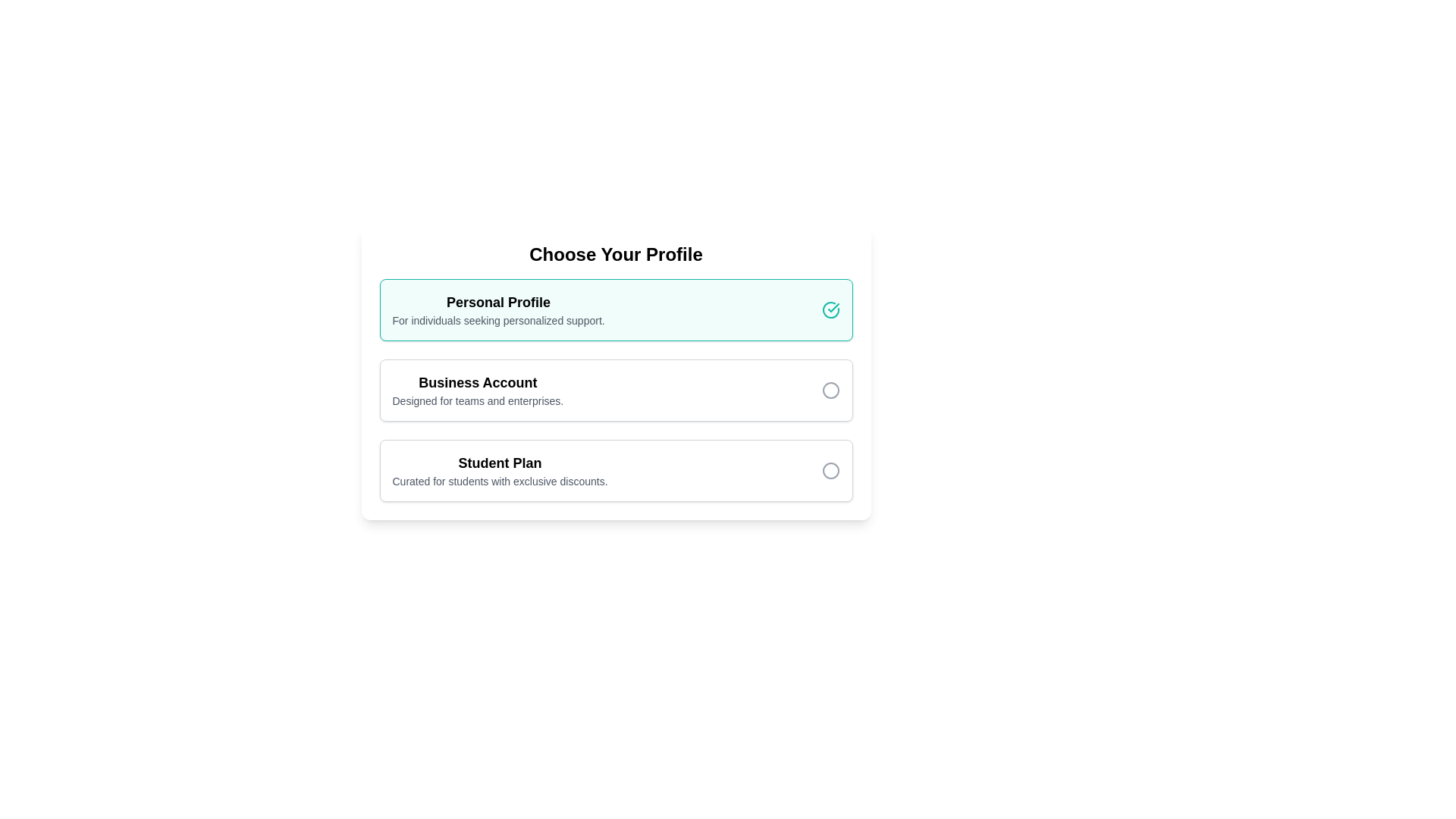  I want to click on the visual state of the circular SVG graphic that serves as part of the checkbox for the 'Student Plan' option, which is distinguished by its light gray stroke and unfilled appearance, so click(830, 470).